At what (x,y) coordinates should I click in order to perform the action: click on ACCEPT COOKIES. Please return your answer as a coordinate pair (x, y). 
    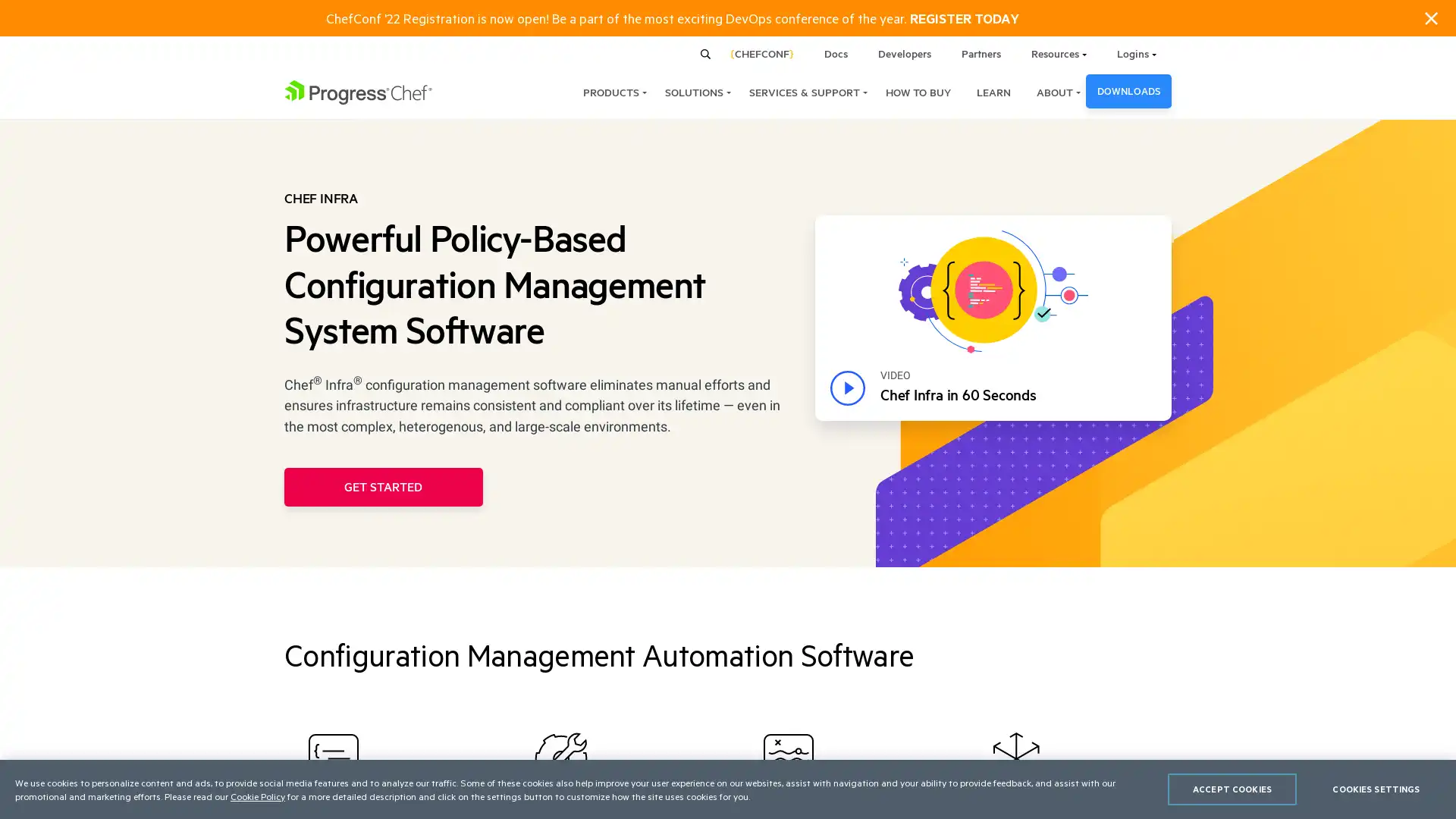
    Looking at the image, I should click on (1232, 789).